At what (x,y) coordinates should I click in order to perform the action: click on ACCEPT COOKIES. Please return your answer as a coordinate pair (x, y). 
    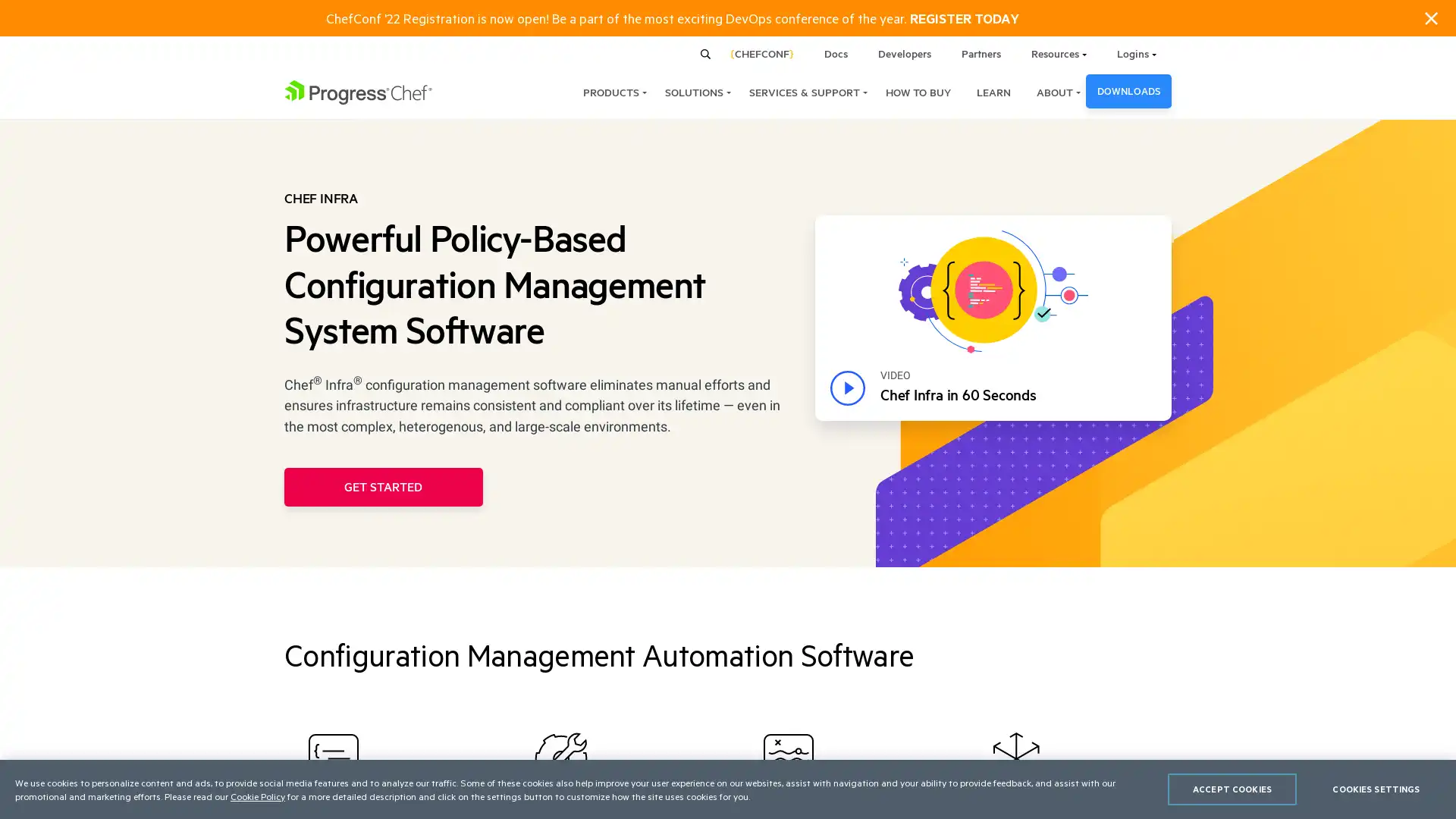
    Looking at the image, I should click on (1232, 789).